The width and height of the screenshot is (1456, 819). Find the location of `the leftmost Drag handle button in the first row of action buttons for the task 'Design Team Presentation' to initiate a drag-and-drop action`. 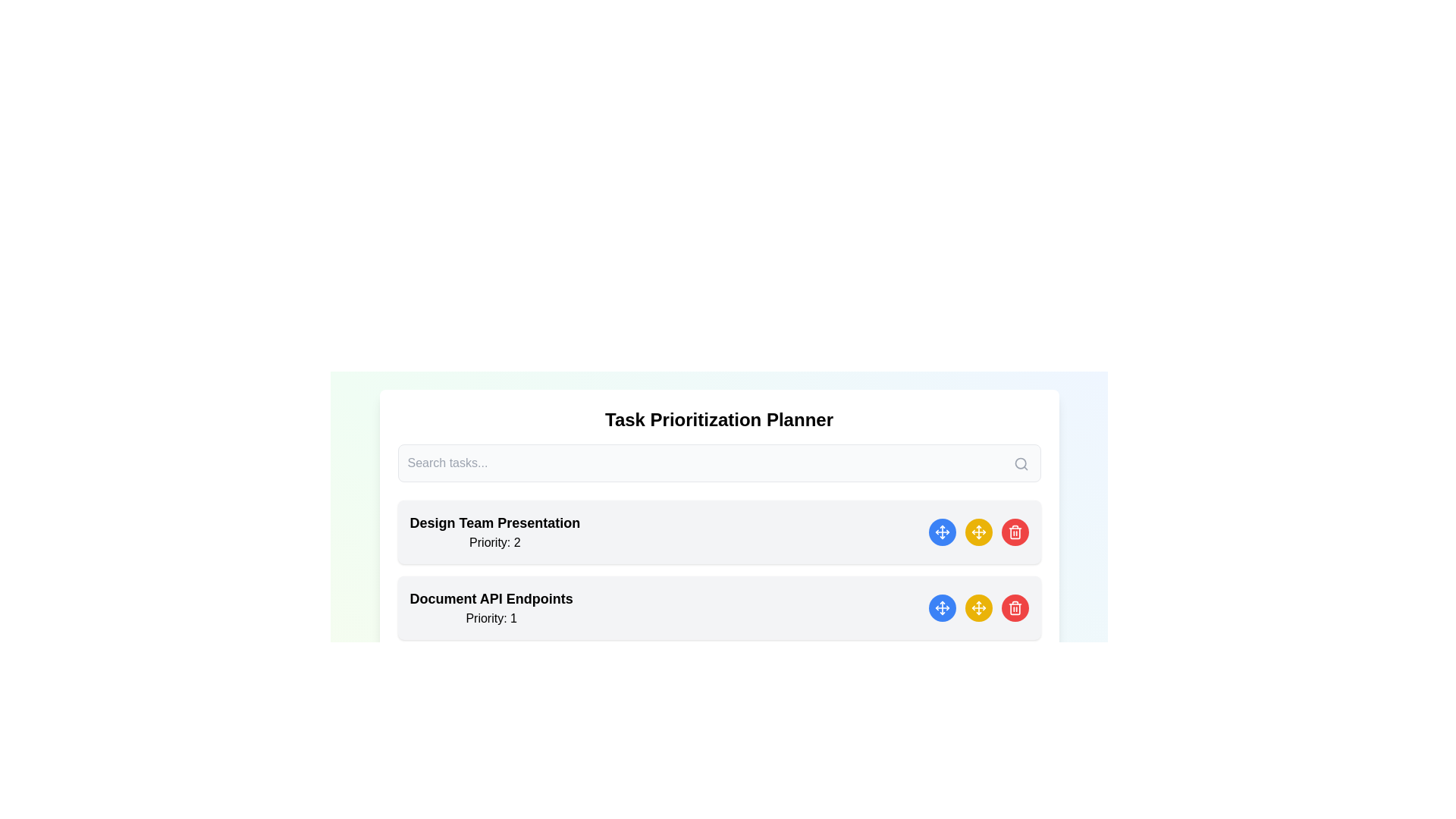

the leftmost Drag handle button in the first row of action buttons for the task 'Design Team Presentation' to initiate a drag-and-drop action is located at coordinates (941, 532).